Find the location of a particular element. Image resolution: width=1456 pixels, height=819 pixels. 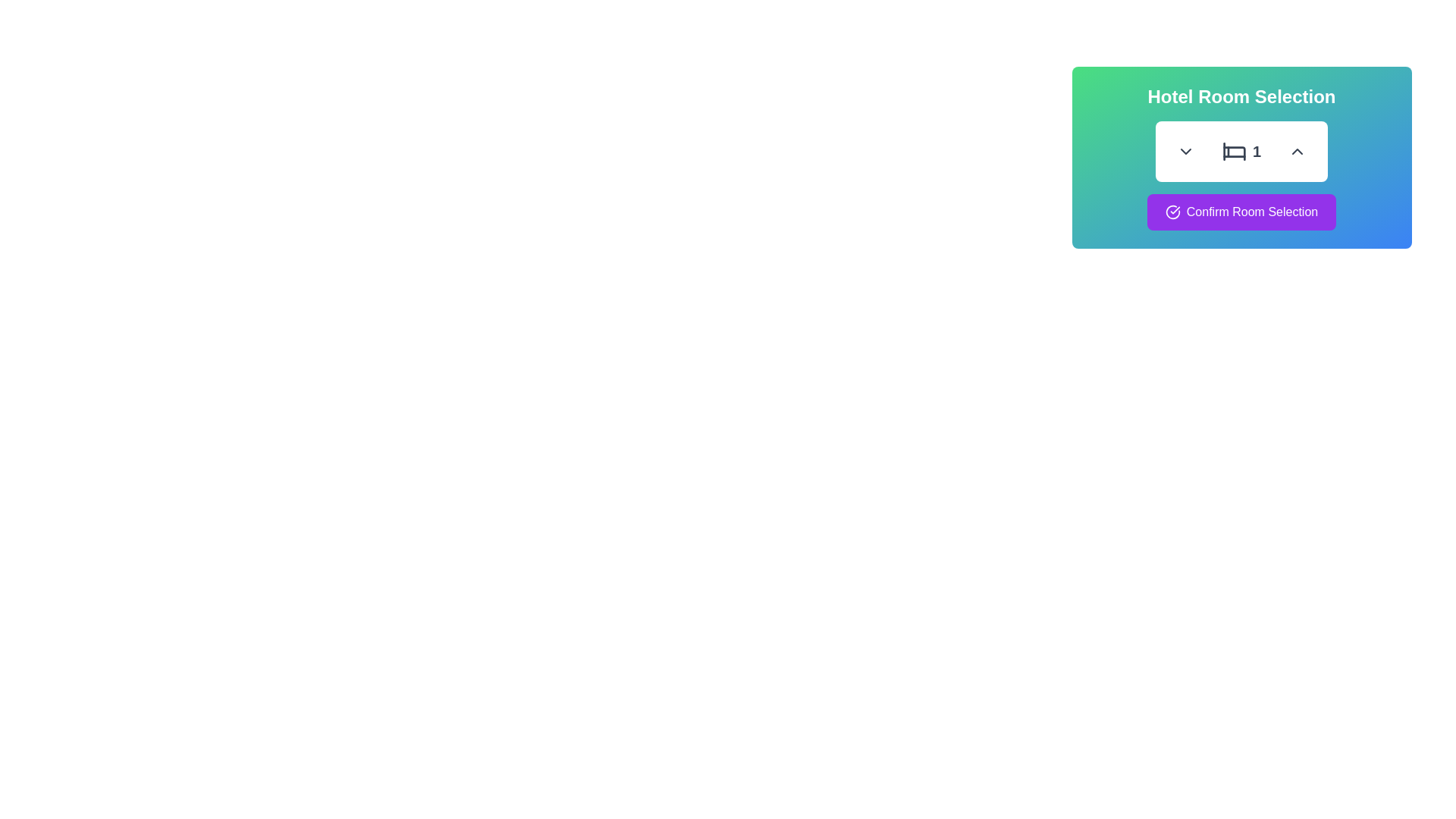

the stepper control component that features a downward arrow, a bed icon with the number '1', and an upward arrow, located within the 'Hotel Room Selection' card is located at coordinates (1241, 174).